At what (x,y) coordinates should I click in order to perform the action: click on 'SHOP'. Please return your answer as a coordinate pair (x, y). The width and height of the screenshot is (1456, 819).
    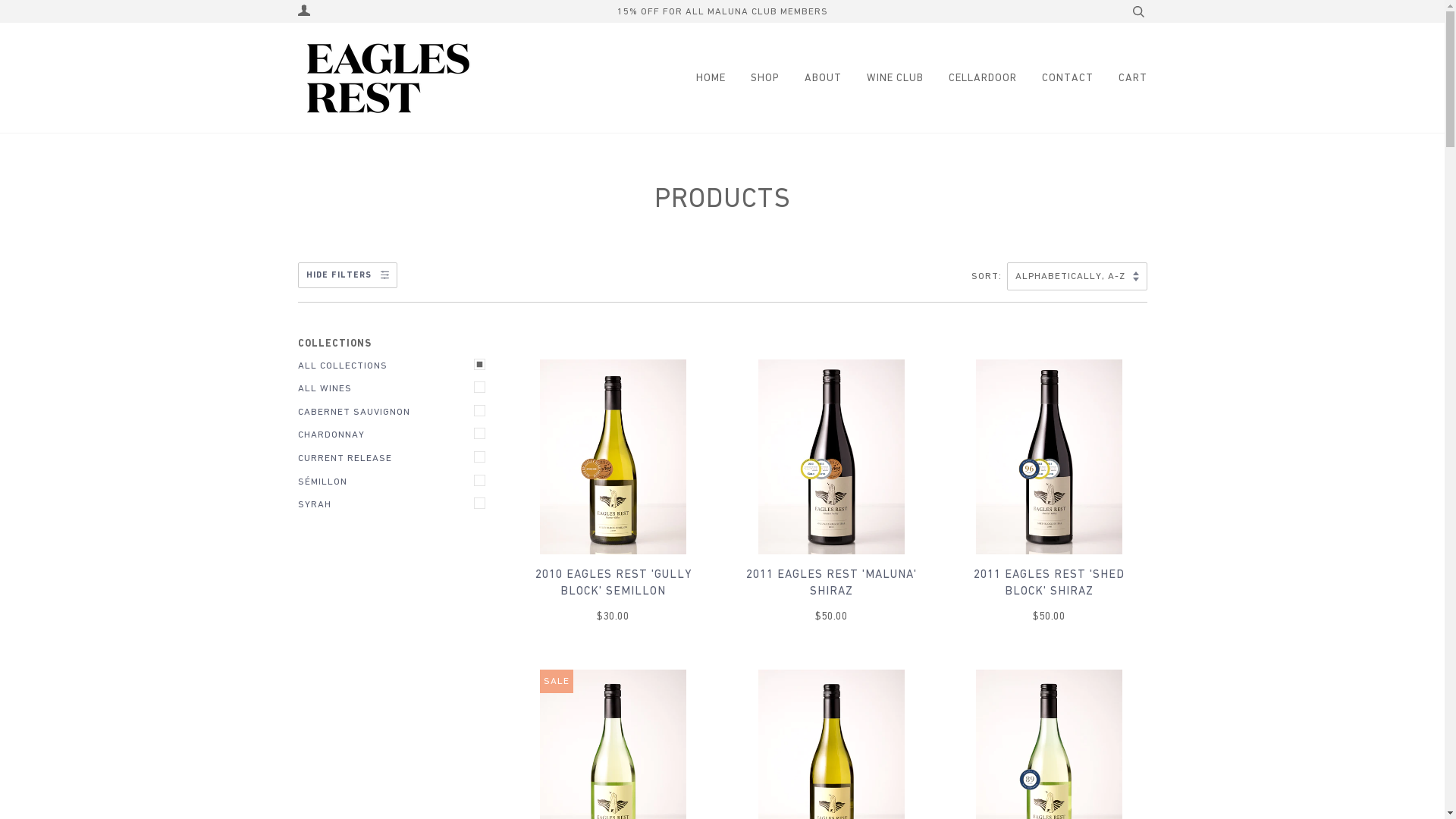
    Looking at the image, I should click on (753, 77).